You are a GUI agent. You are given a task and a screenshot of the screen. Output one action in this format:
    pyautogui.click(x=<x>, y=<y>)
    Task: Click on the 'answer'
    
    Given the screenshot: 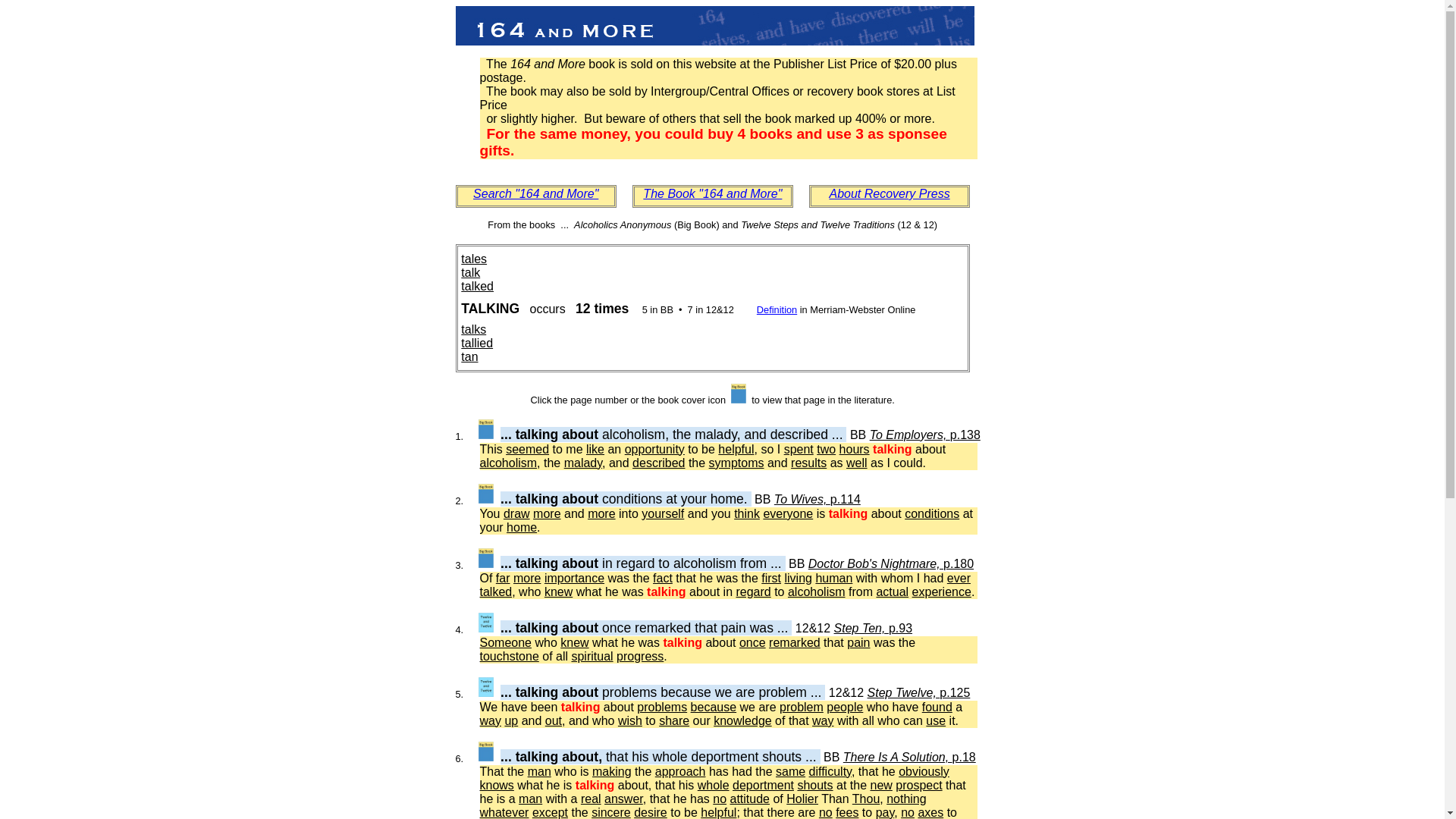 What is the action you would take?
    pyautogui.click(x=603, y=798)
    